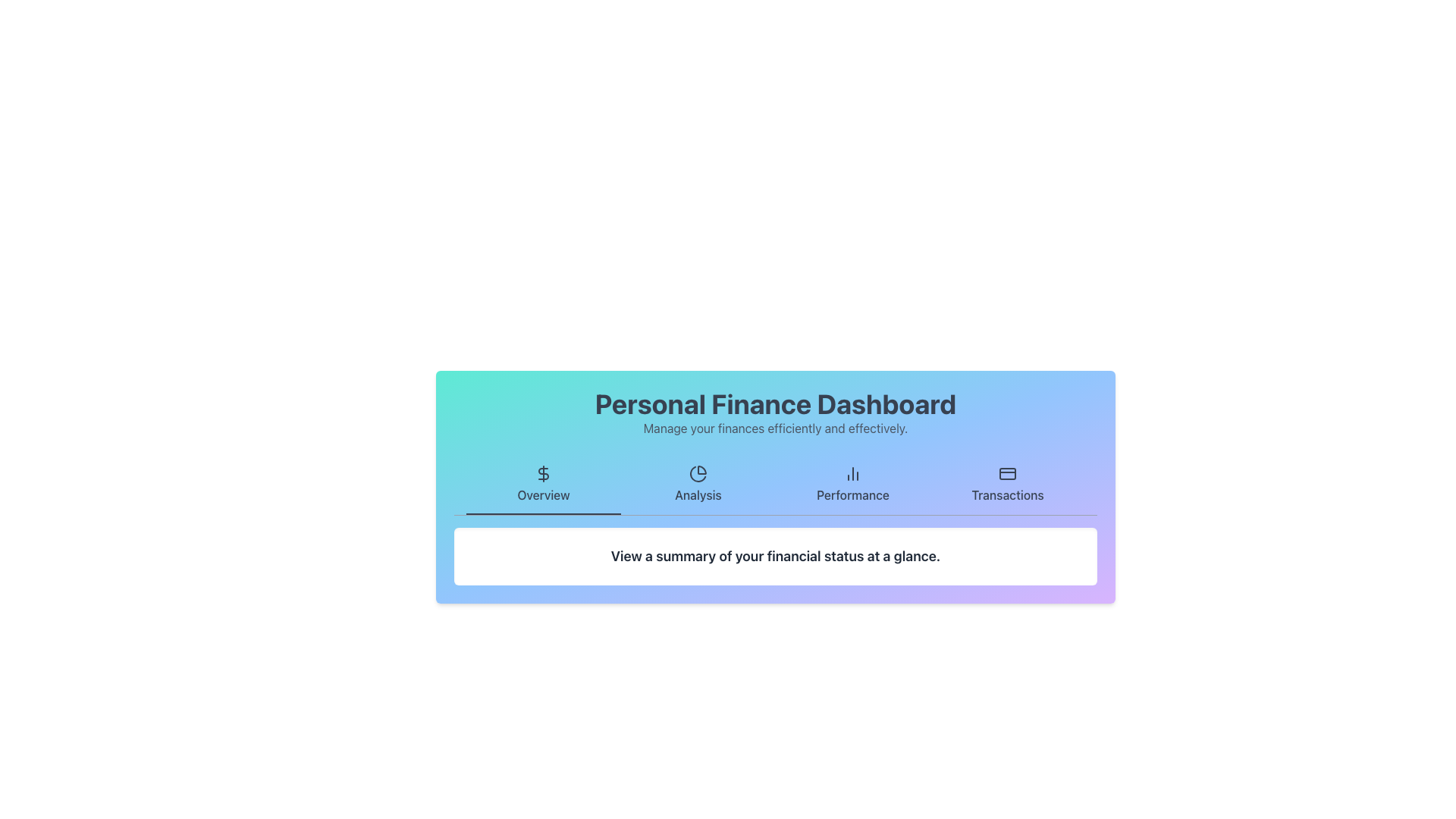 The width and height of the screenshot is (1456, 819). What do you see at coordinates (1008, 472) in the screenshot?
I see `the light blue rectangular vector graphic representing the upper part of the credit card icon in the 'Transactions' section` at bounding box center [1008, 472].